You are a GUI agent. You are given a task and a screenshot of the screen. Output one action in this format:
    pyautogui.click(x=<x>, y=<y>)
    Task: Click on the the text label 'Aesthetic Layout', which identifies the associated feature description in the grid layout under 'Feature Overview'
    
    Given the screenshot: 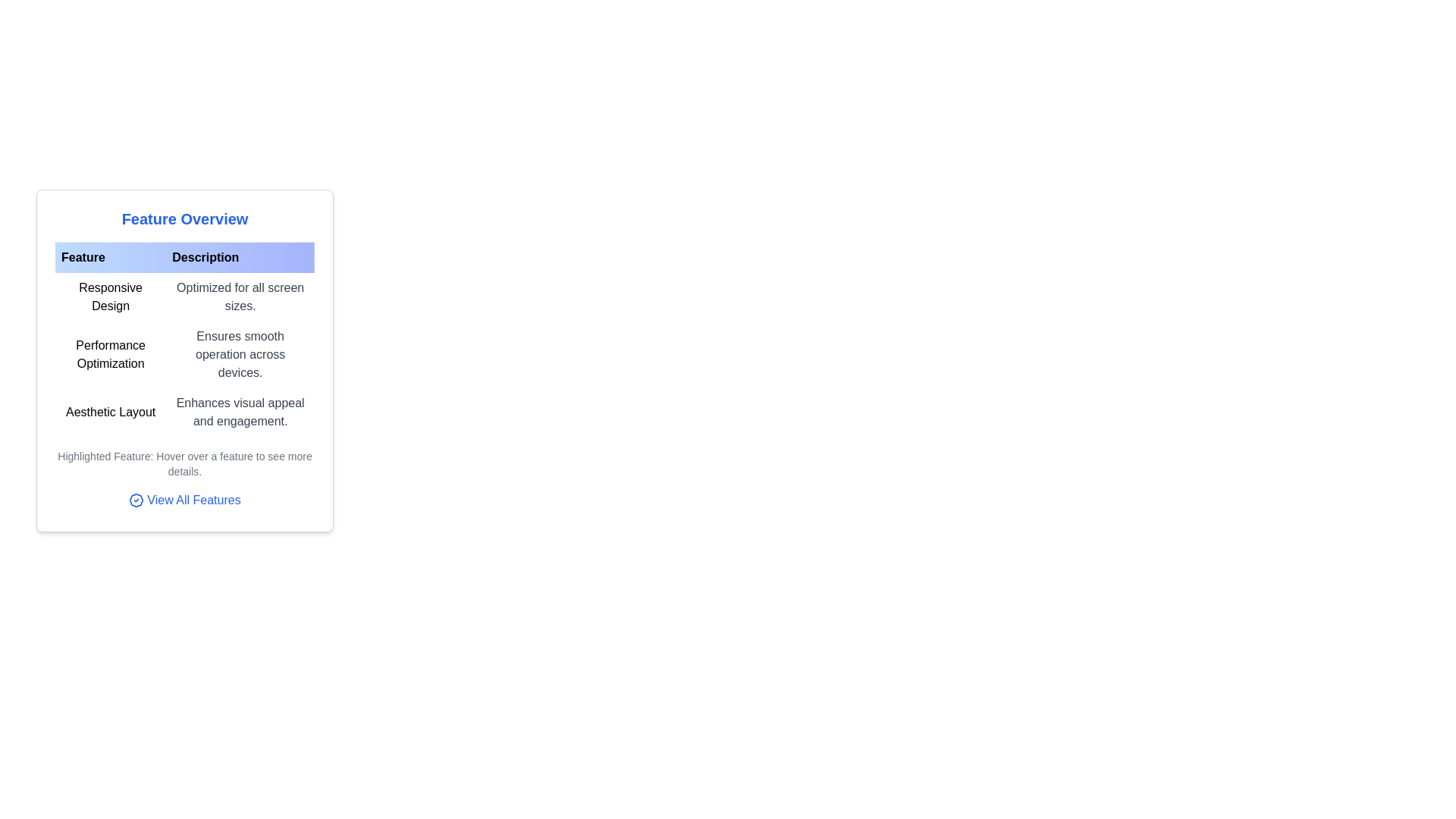 What is the action you would take?
    pyautogui.click(x=110, y=412)
    